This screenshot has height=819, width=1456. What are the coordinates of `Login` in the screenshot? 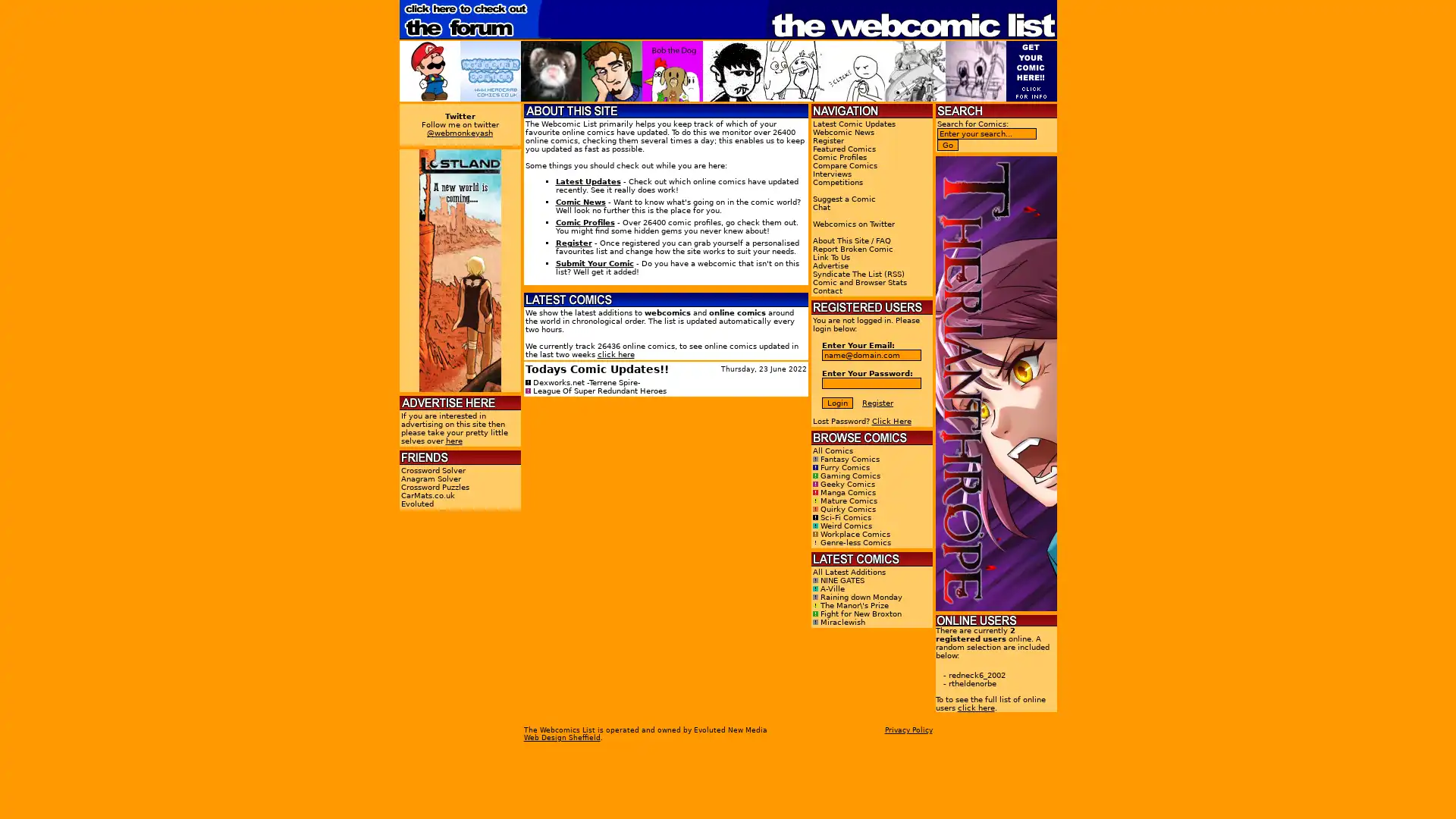 It's located at (836, 402).